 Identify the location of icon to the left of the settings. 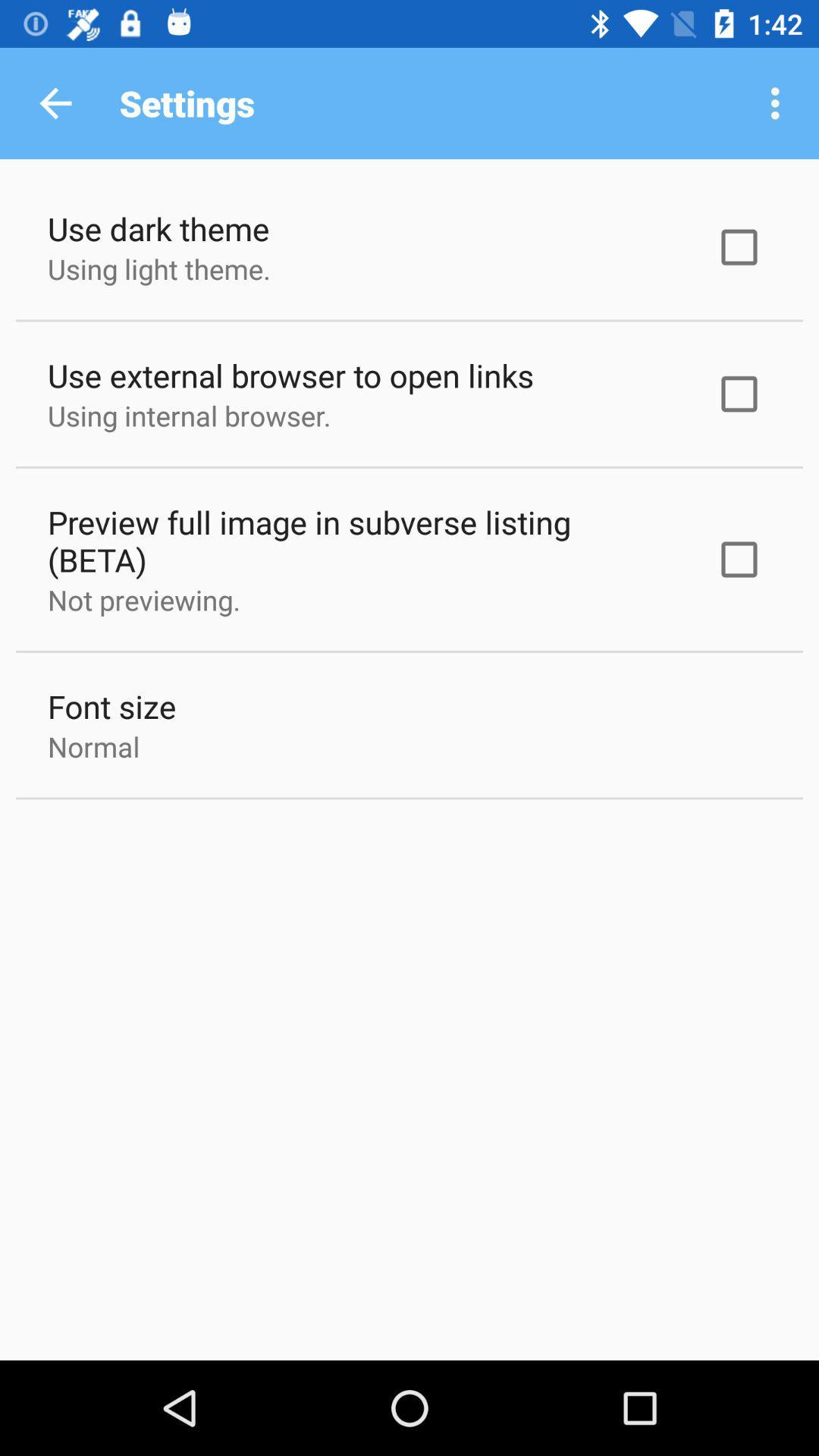
(55, 102).